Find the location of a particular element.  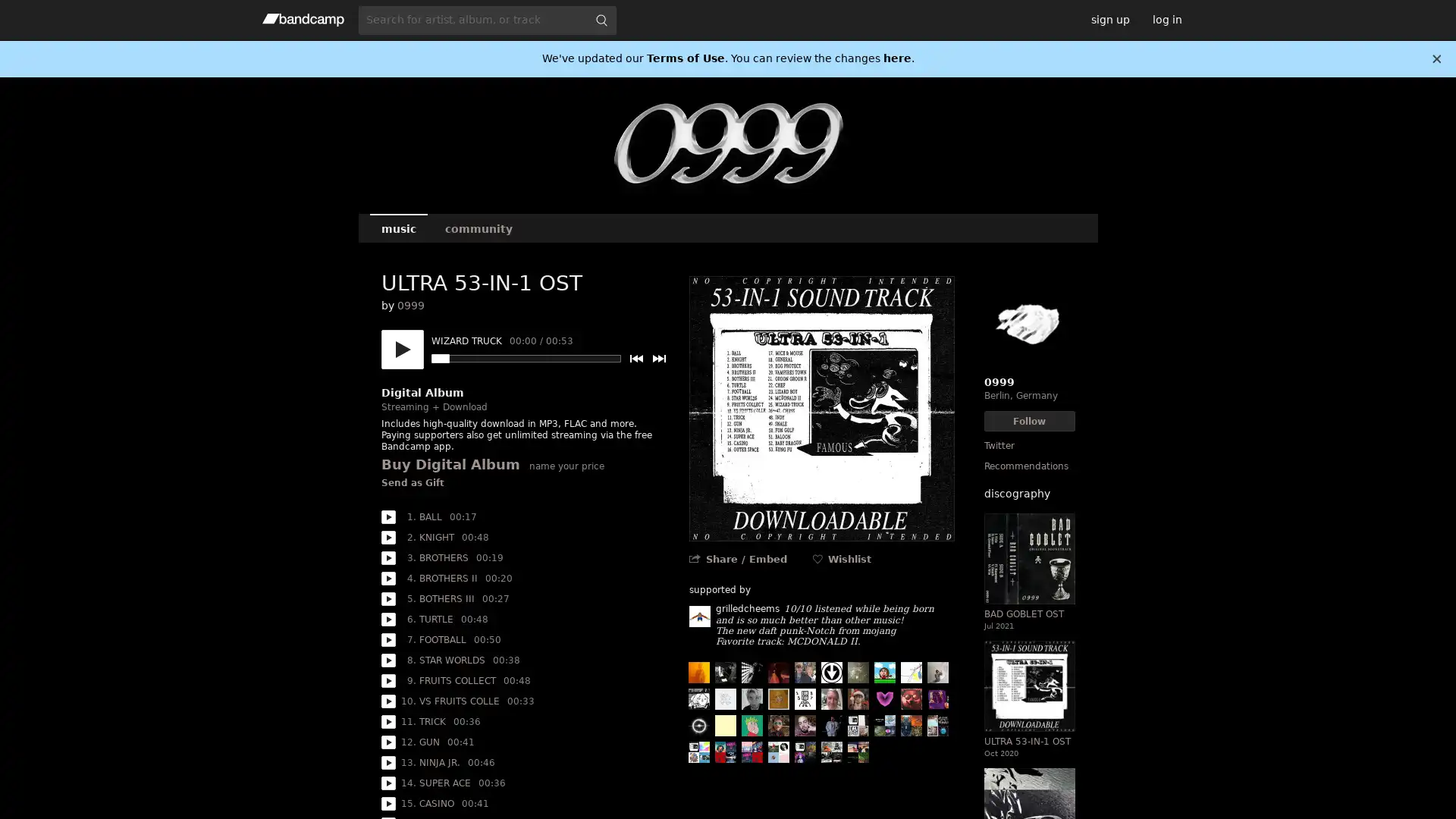

Play TRICK is located at coordinates (388, 721).